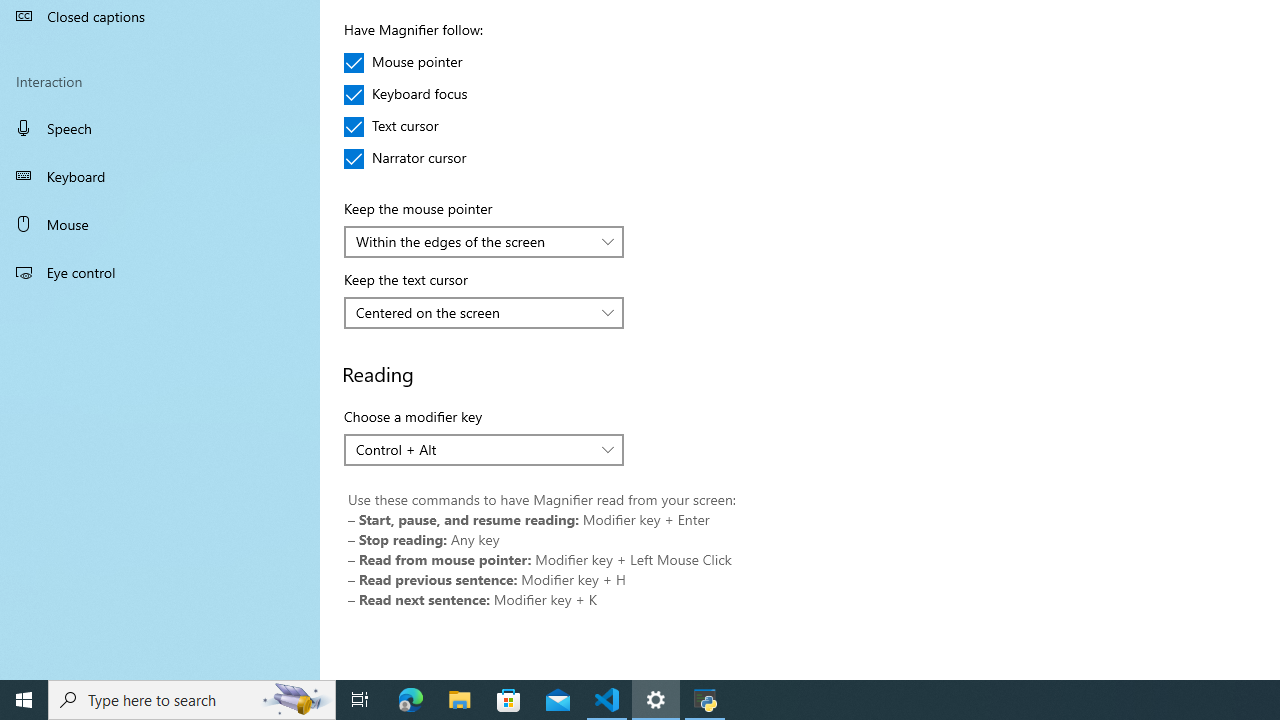 The image size is (1280, 720). Describe the element at coordinates (484, 240) in the screenshot. I see `'Keep the mouse pointer'` at that location.